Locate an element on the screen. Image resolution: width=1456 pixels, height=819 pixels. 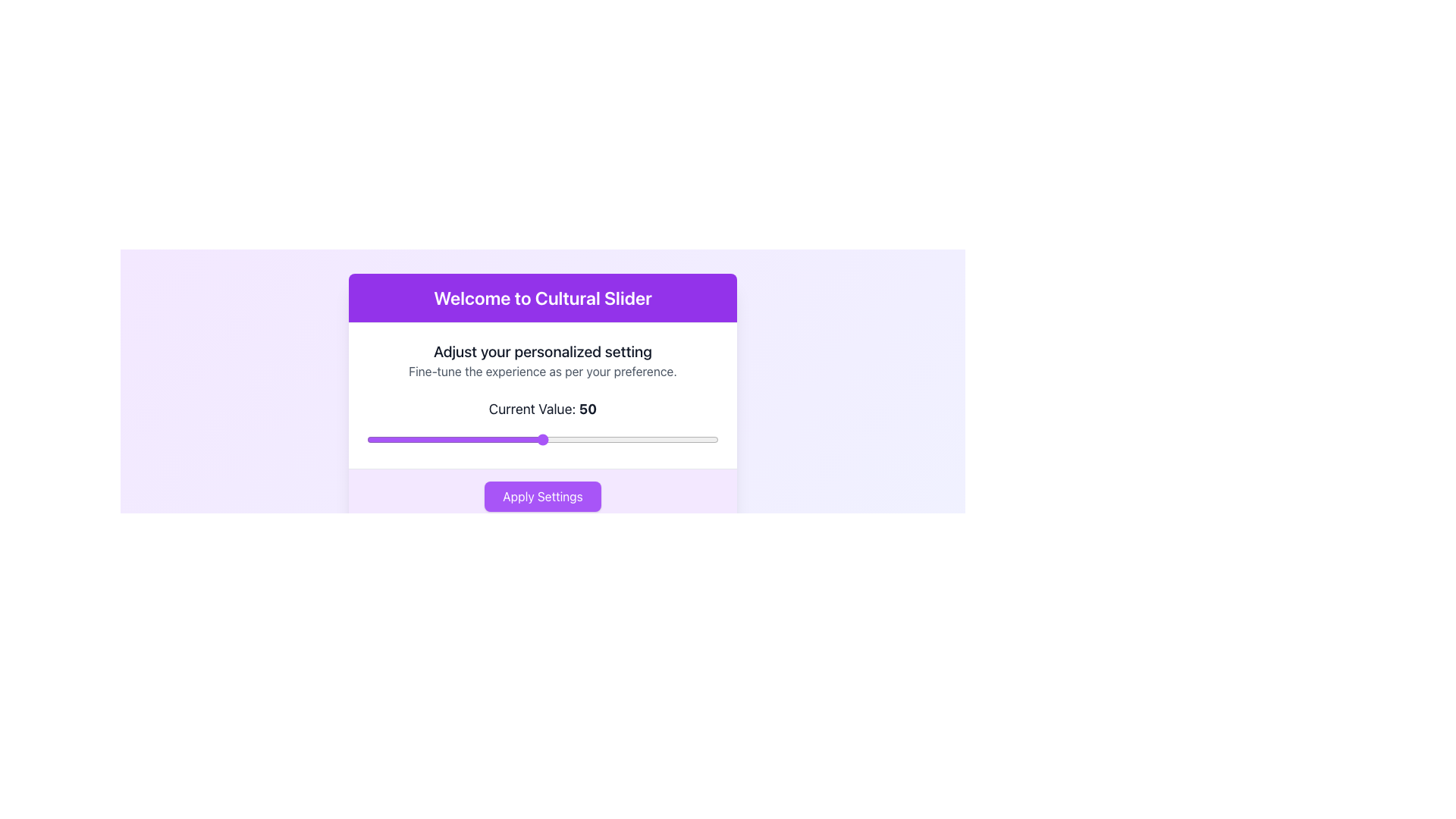
the adjustable slider located beneath the label 'Current Value: 50' is located at coordinates (542, 439).